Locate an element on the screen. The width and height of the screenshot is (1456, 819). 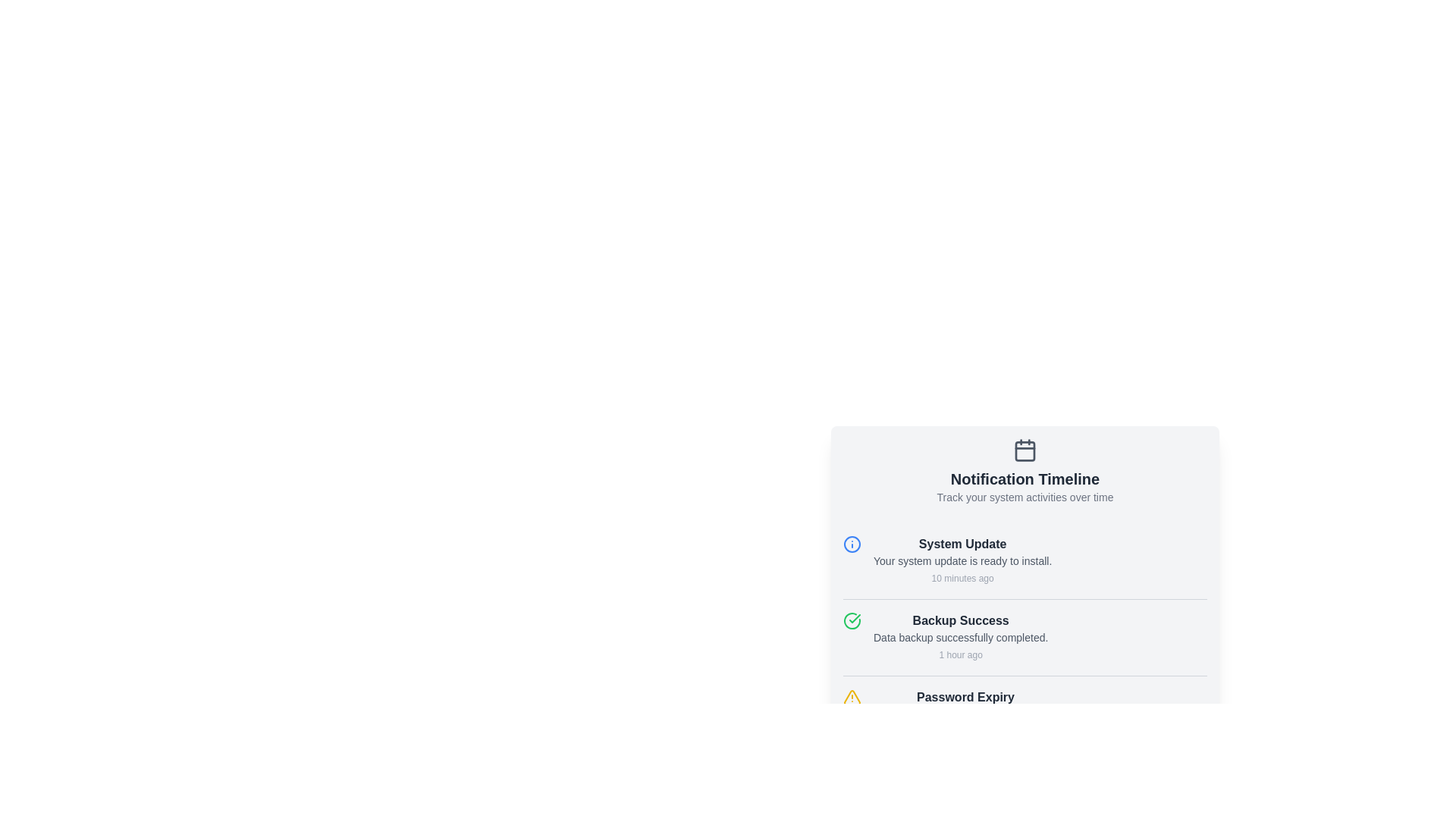
information displayed in the Notification group titled 'Password Expiry', which includes the description 'Your current password will expire soon.' and the timestamp 'Yesterday' is located at coordinates (965, 714).